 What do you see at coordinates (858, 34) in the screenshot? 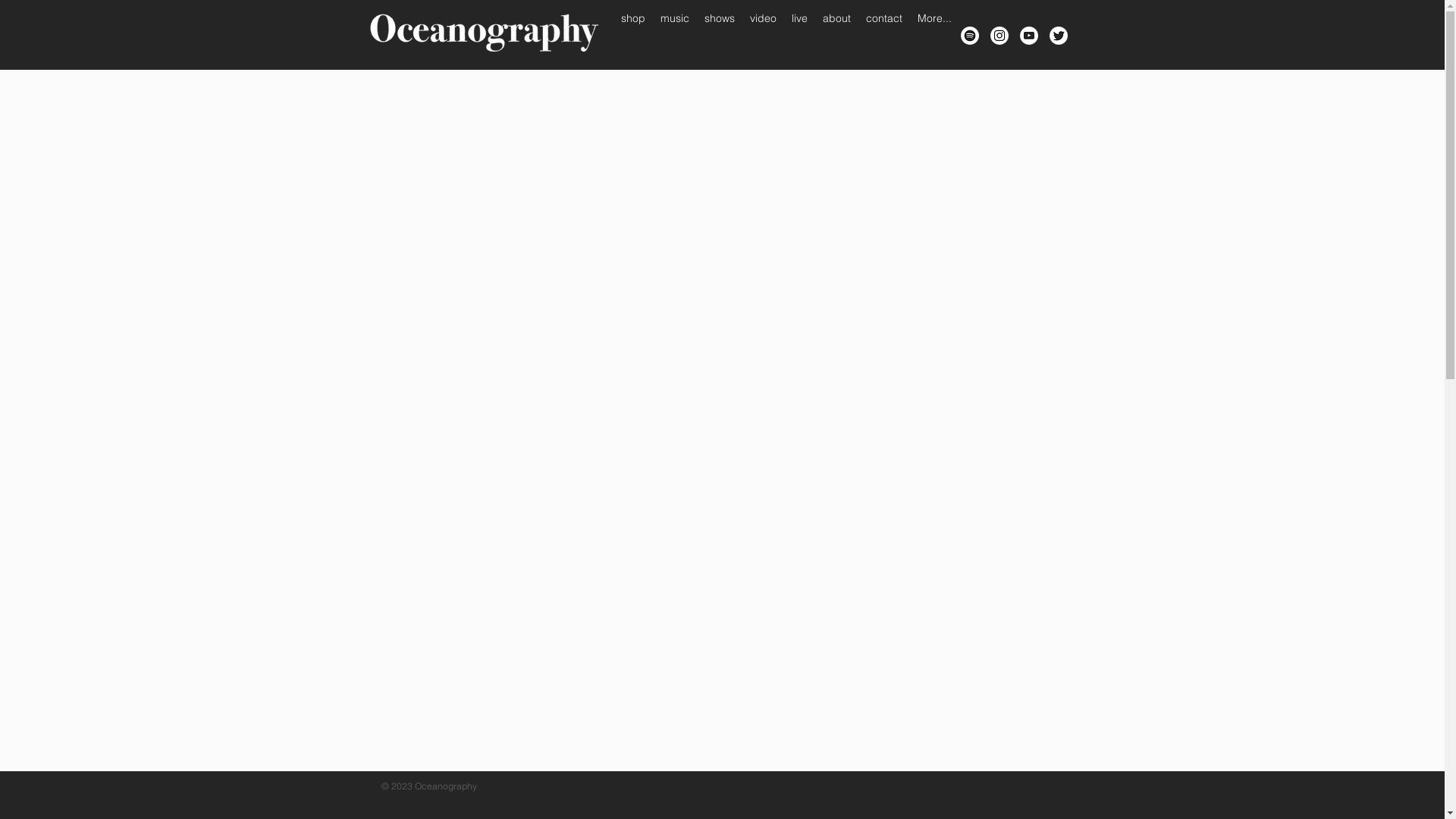
I see `'contact'` at bounding box center [858, 34].